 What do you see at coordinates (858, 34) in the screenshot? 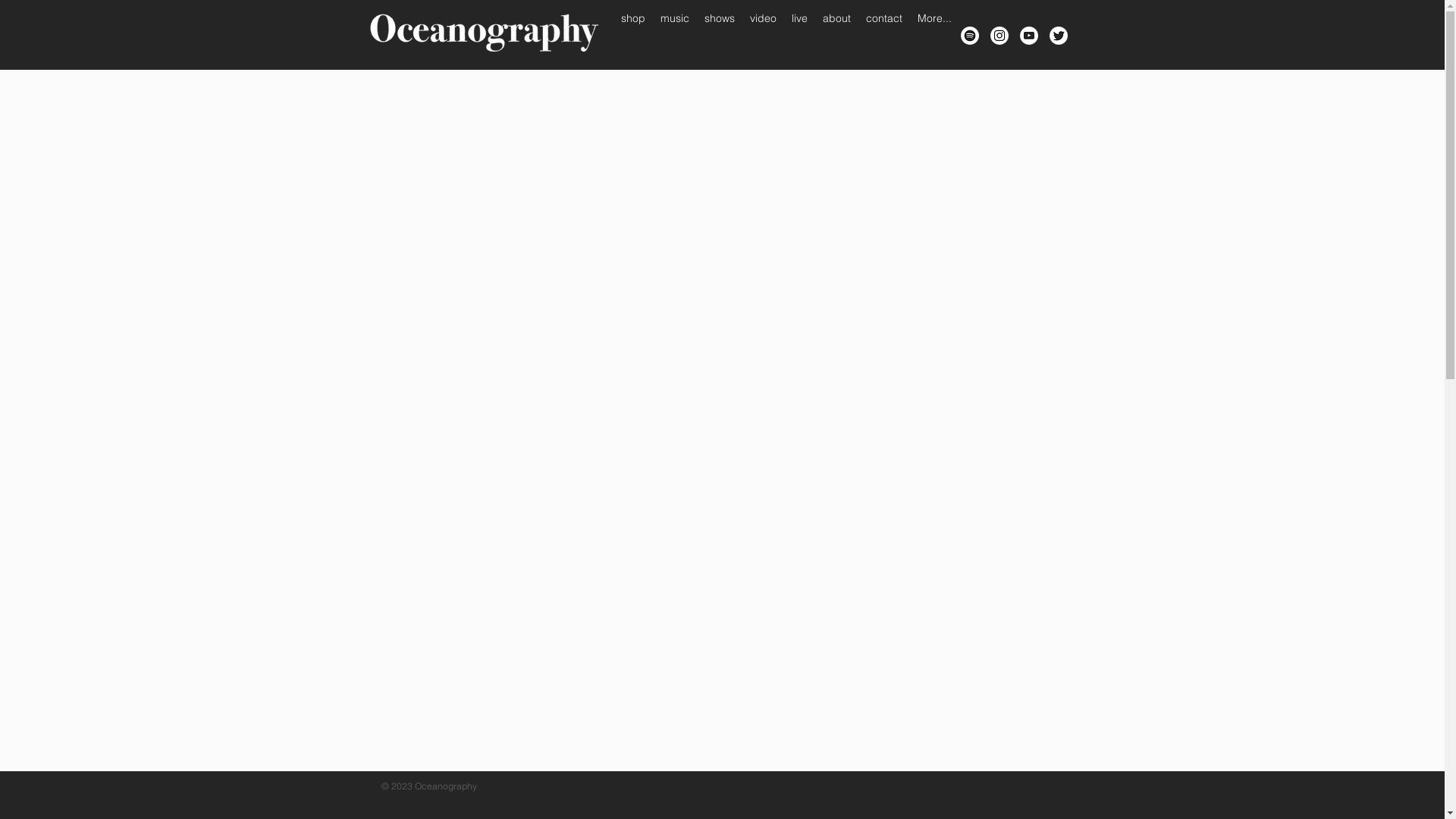
I see `'contact'` at bounding box center [858, 34].